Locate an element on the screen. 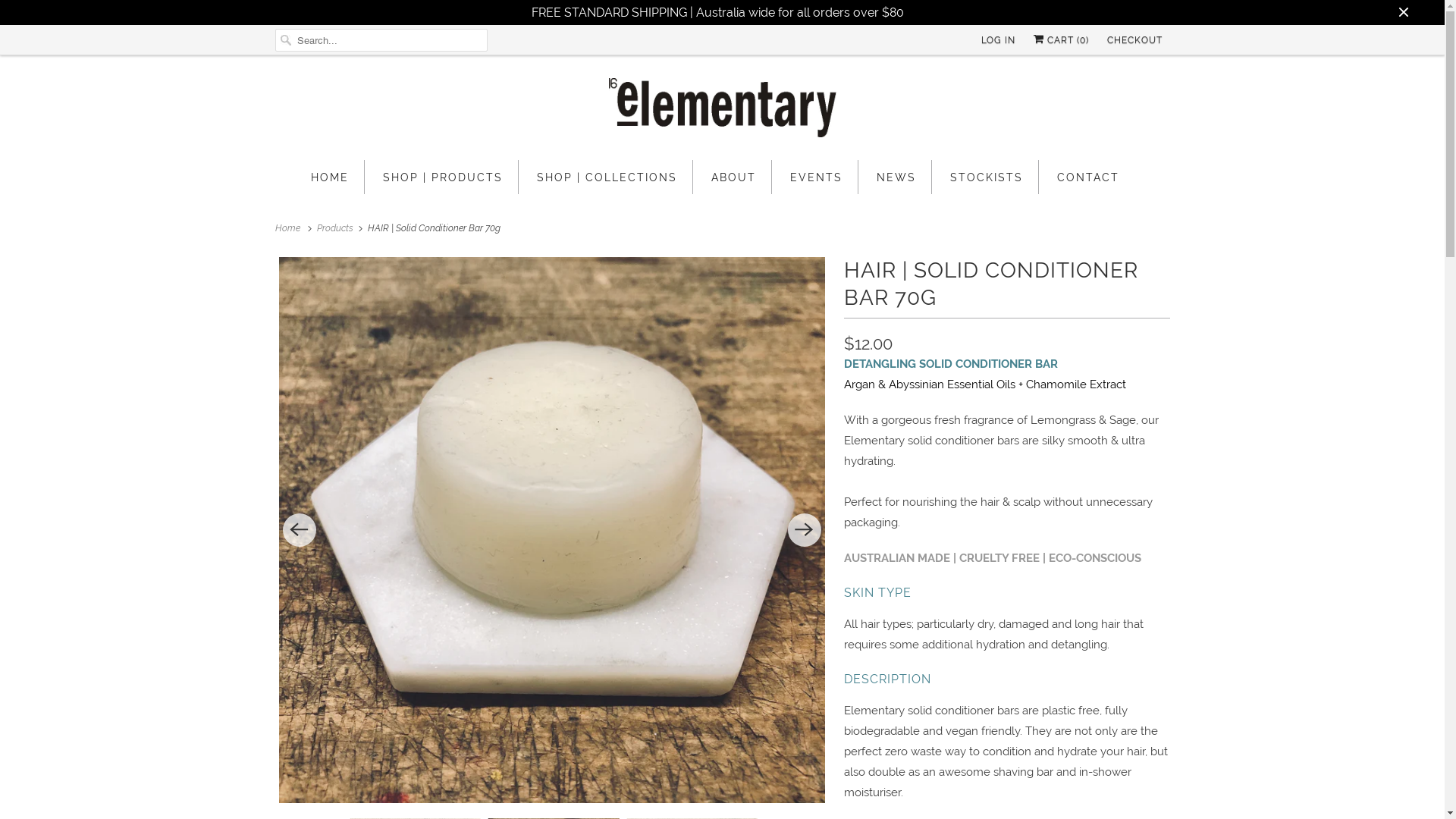 The height and width of the screenshot is (819, 1456). 'STOCKISTS' is located at coordinates (986, 176).